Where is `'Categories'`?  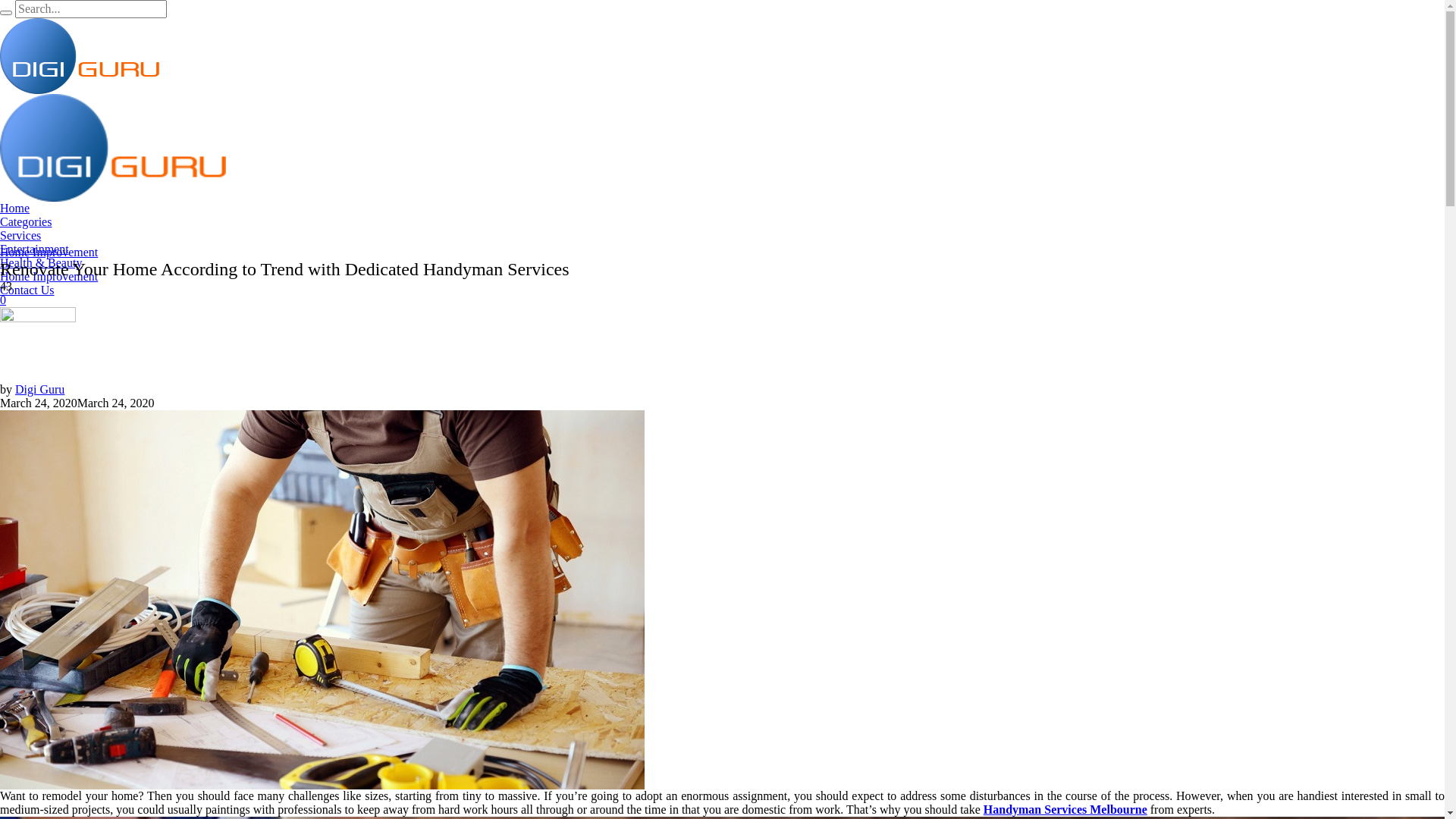
'Categories' is located at coordinates (25, 221).